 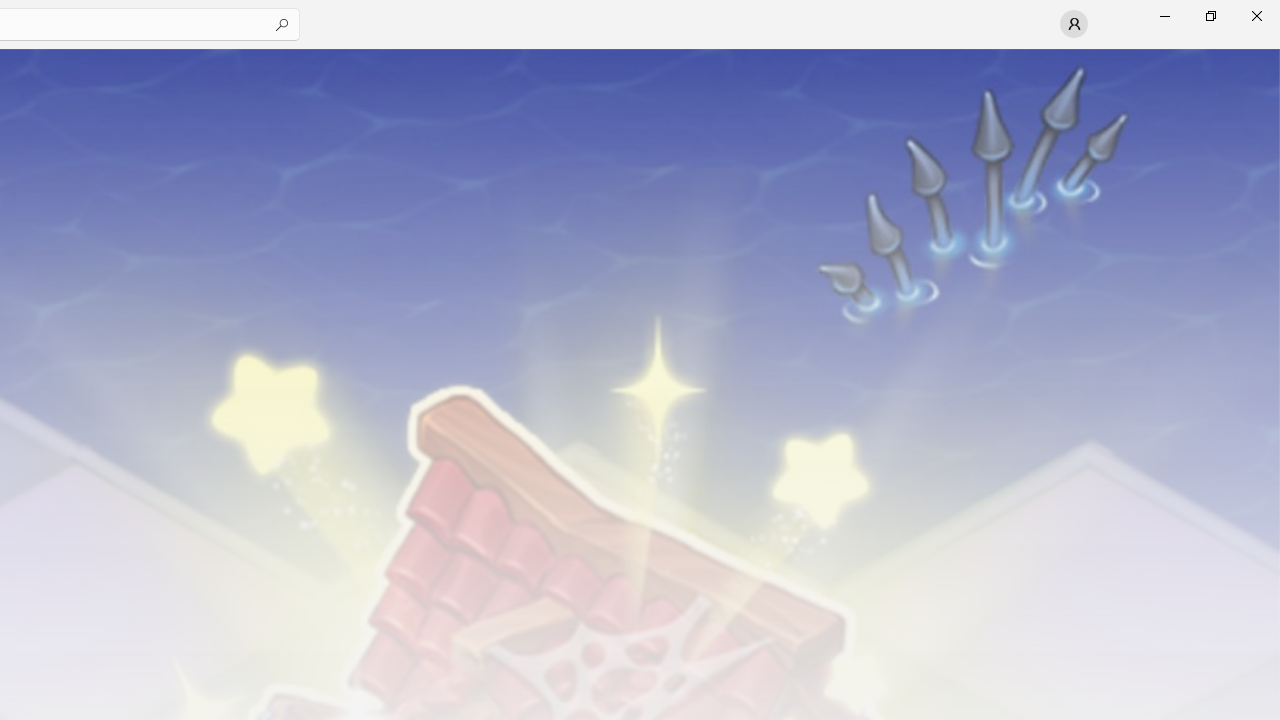 I want to click on 'Close Microsoft Store', so click(x=1255, y=15).